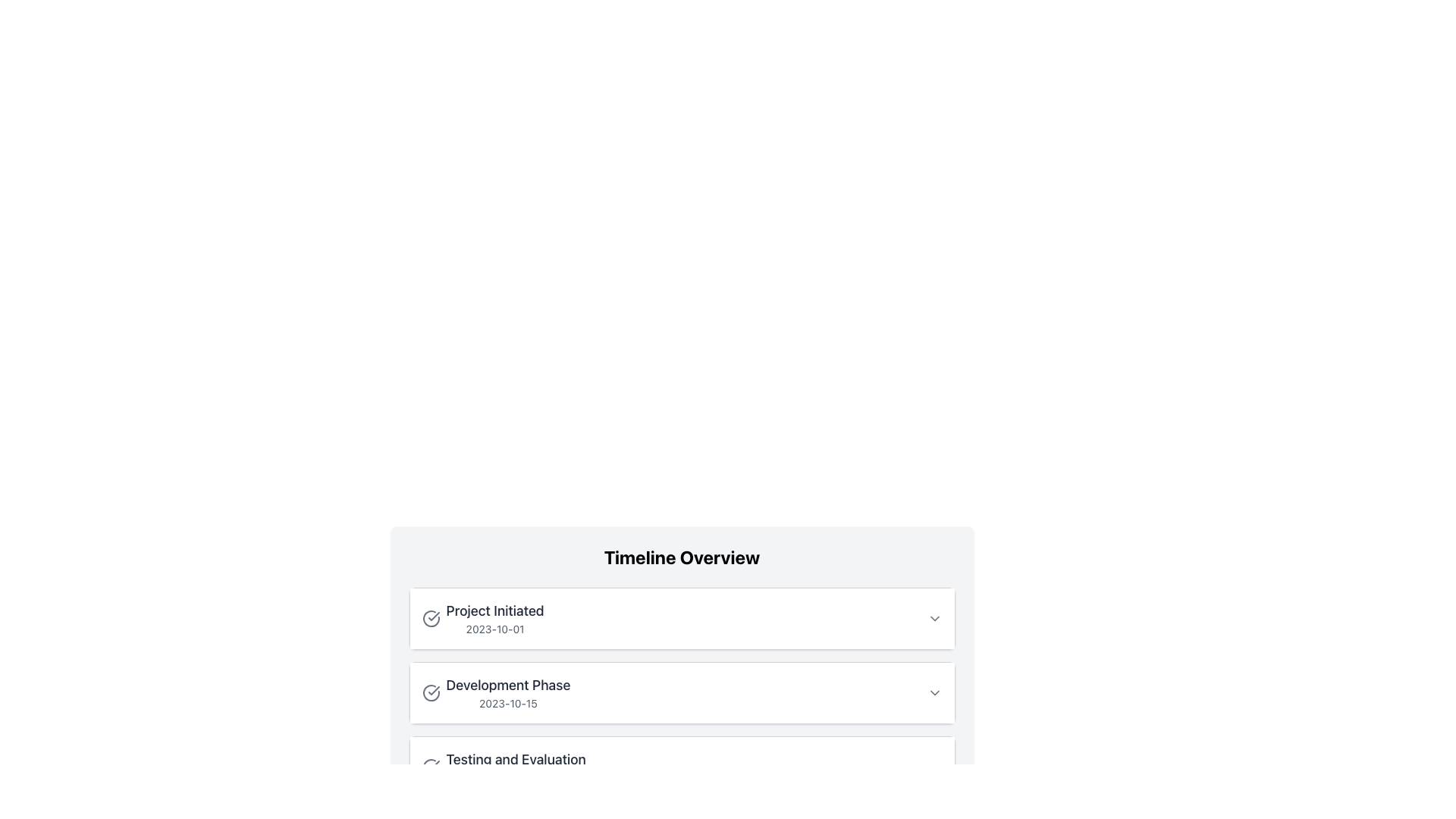  I want to click on the downward-facing chevron icon located at the far-right end of the 'Development Phase' row in the 'Timeline Overview' section, so click(934, 693).